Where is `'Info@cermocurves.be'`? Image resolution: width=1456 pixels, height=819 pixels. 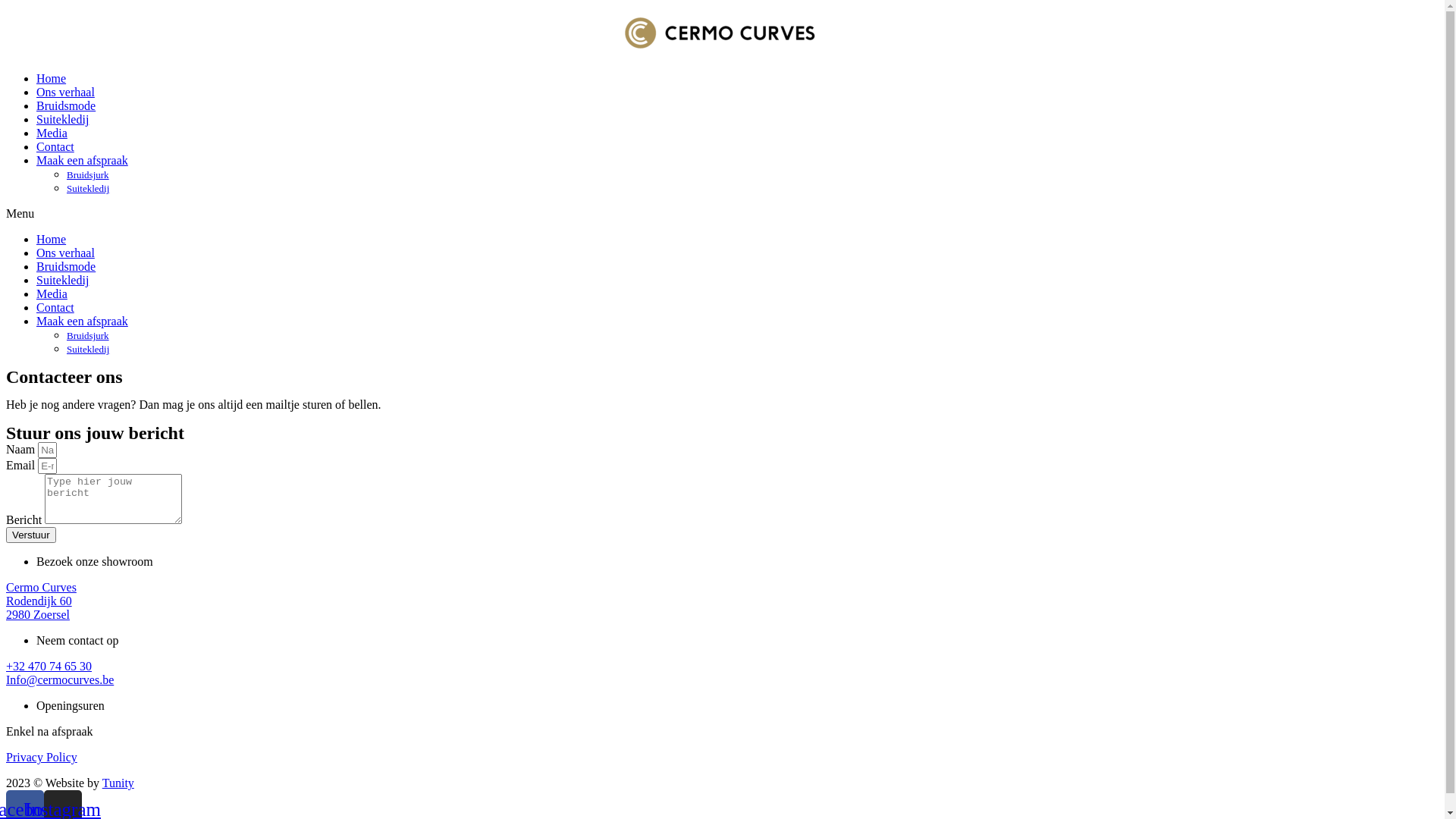 'Info@cermocurves.be' is located at coordinates (59, 679).